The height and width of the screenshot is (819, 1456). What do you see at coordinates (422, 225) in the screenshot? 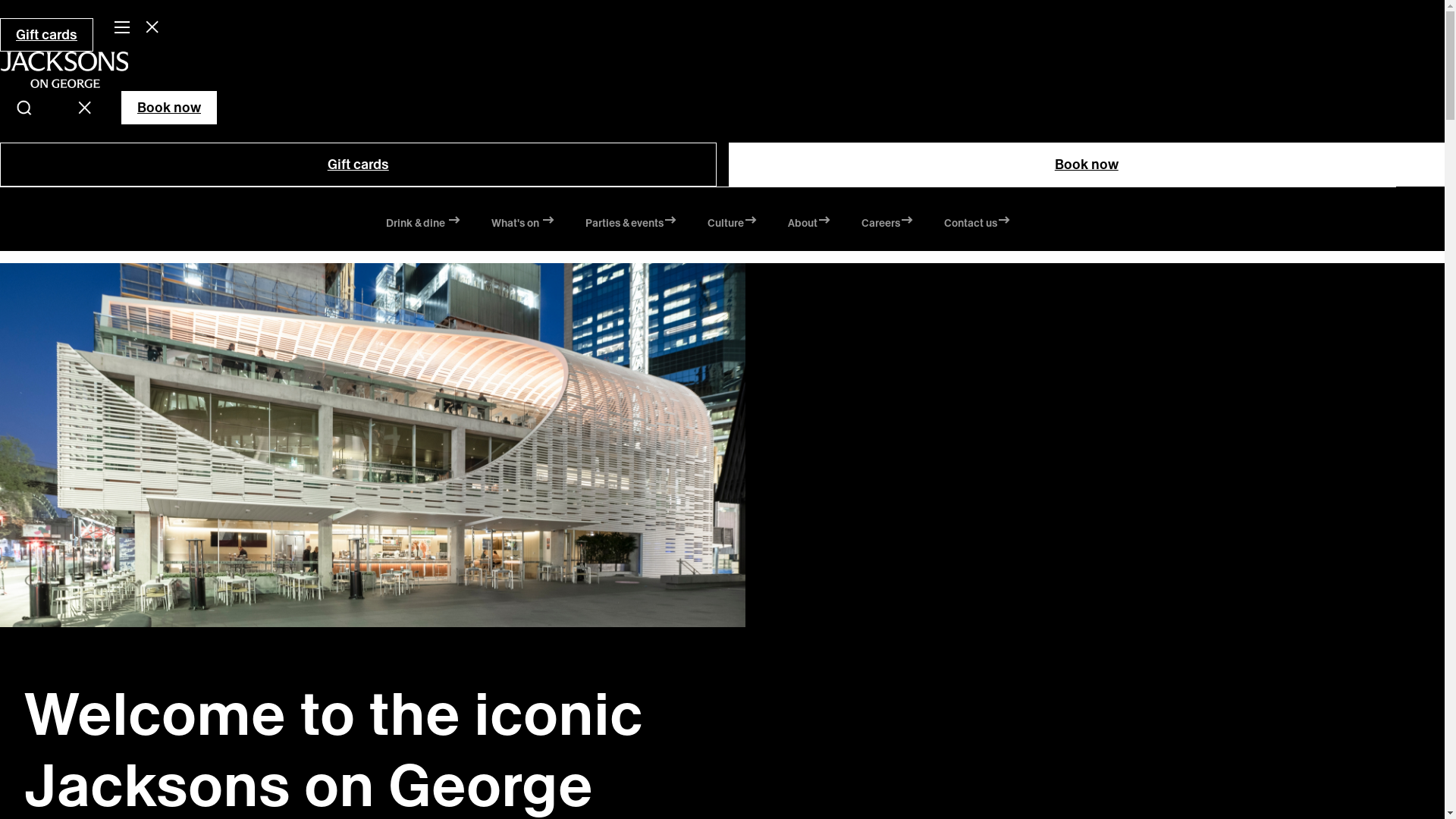
I see `'Drink & dine'` at bounding box center [422, 225].